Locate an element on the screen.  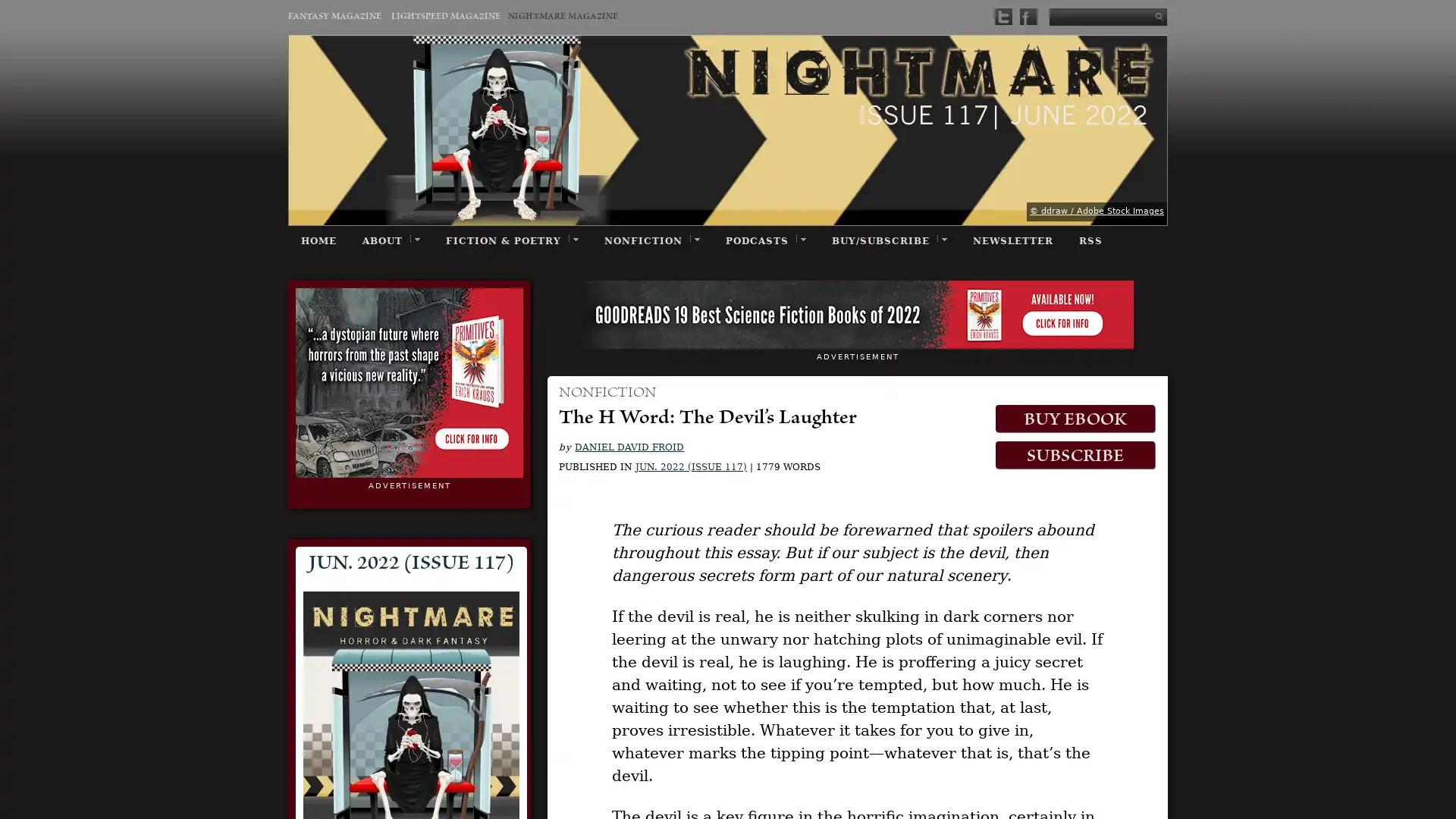
Submit is located at coordinates (1175, 16).